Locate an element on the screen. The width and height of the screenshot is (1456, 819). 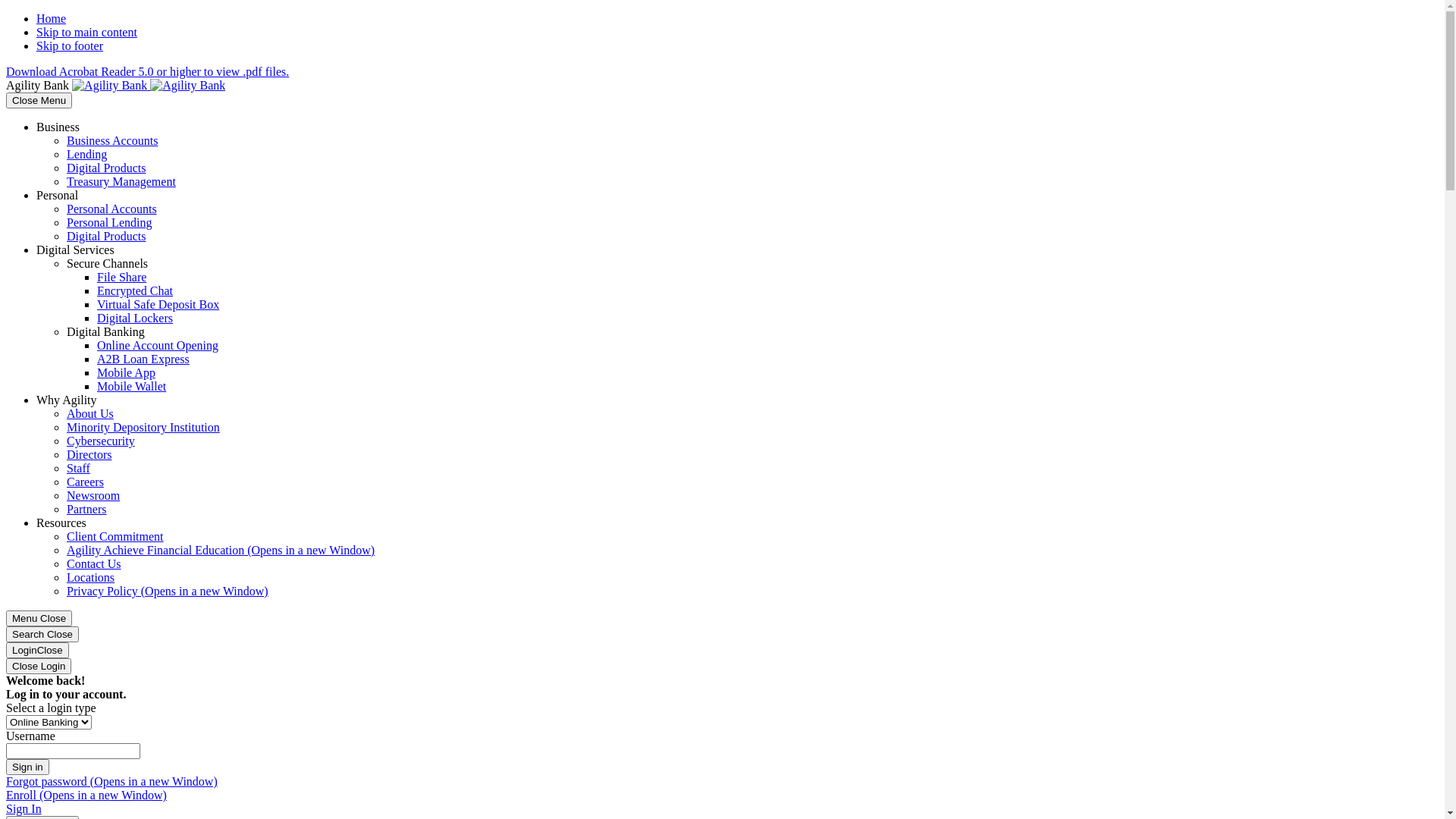
'Skip to footer' is located at coordinates (68, 45).